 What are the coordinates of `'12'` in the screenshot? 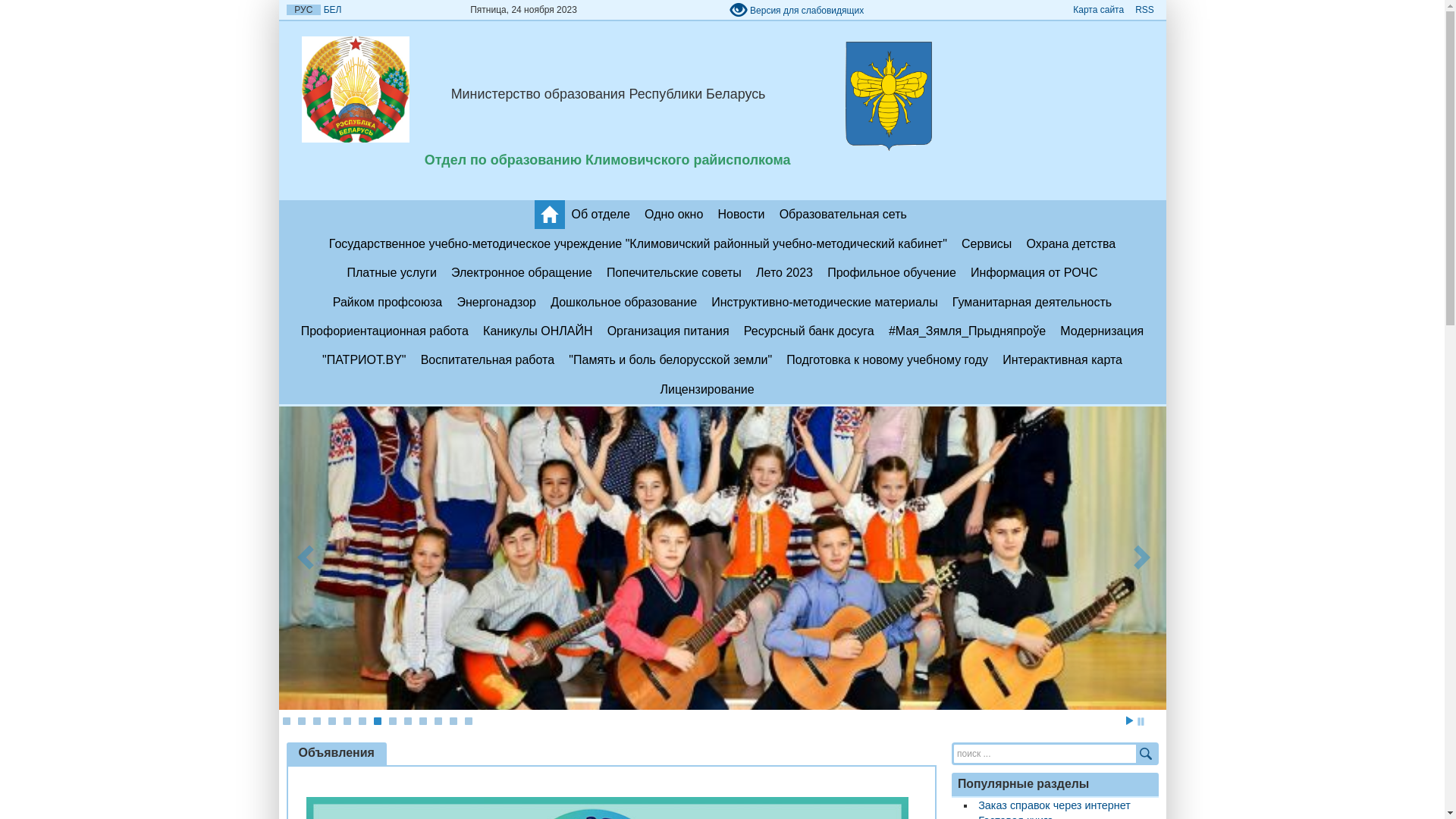 It's located at (451, 720).